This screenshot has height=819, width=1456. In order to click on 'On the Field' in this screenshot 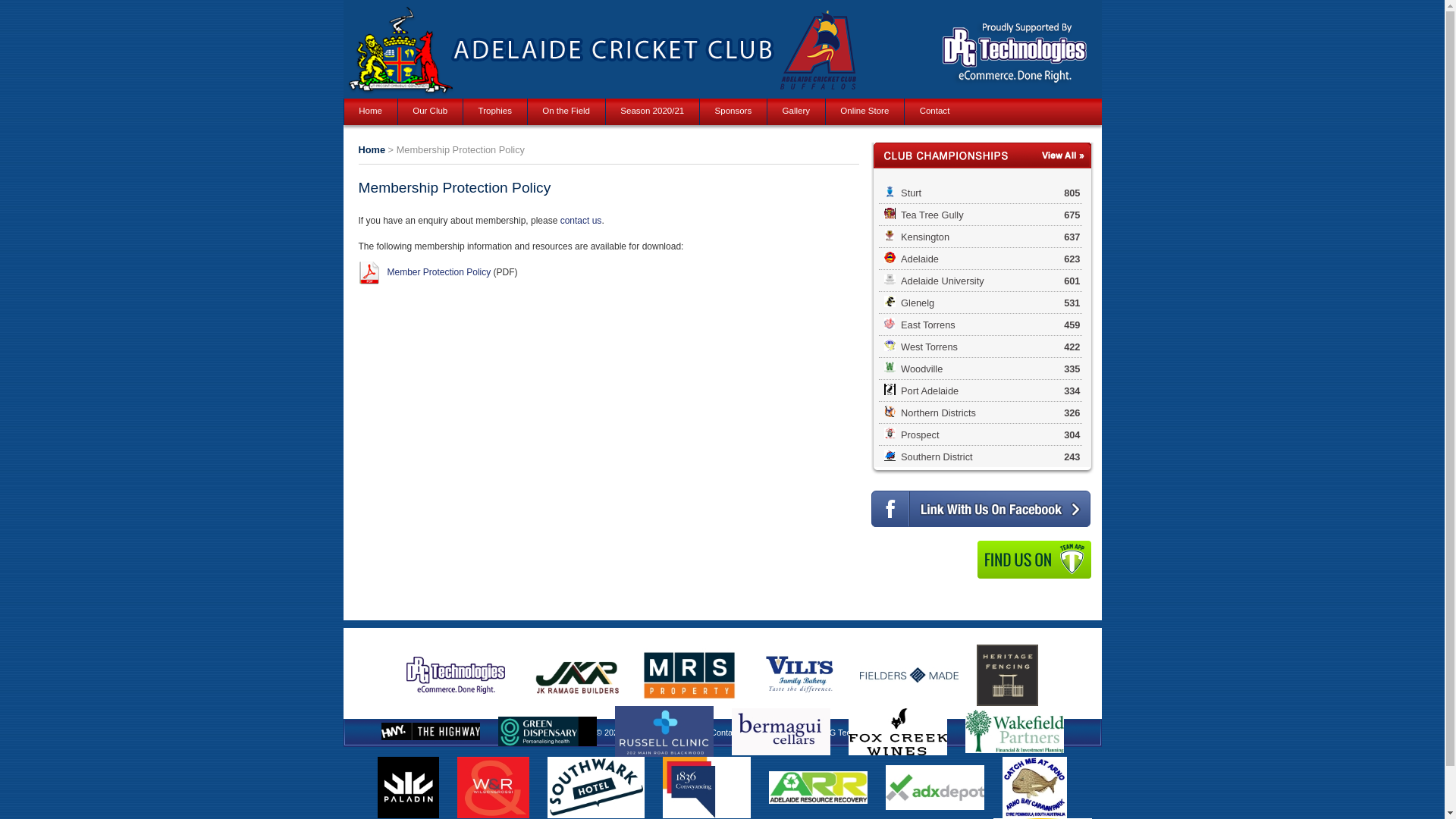, I will do `click(566, 110)`.